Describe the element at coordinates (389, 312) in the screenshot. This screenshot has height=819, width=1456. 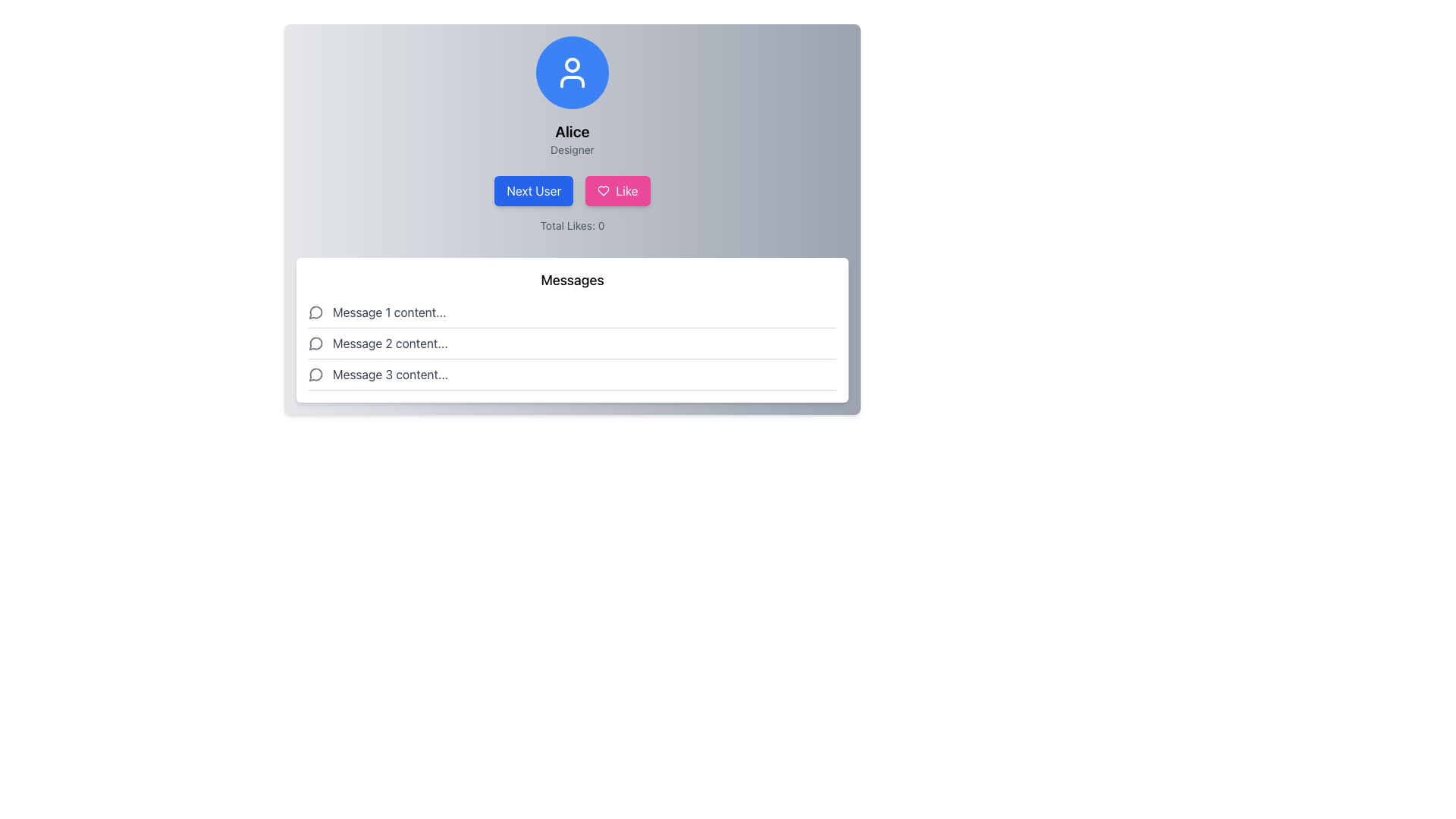
I see `the text label displaying 'Message 1 content...' in dark gray font, which is located in the first row of the 'Messages' list and is positioned to the right of the accompanying message icon` at that location.